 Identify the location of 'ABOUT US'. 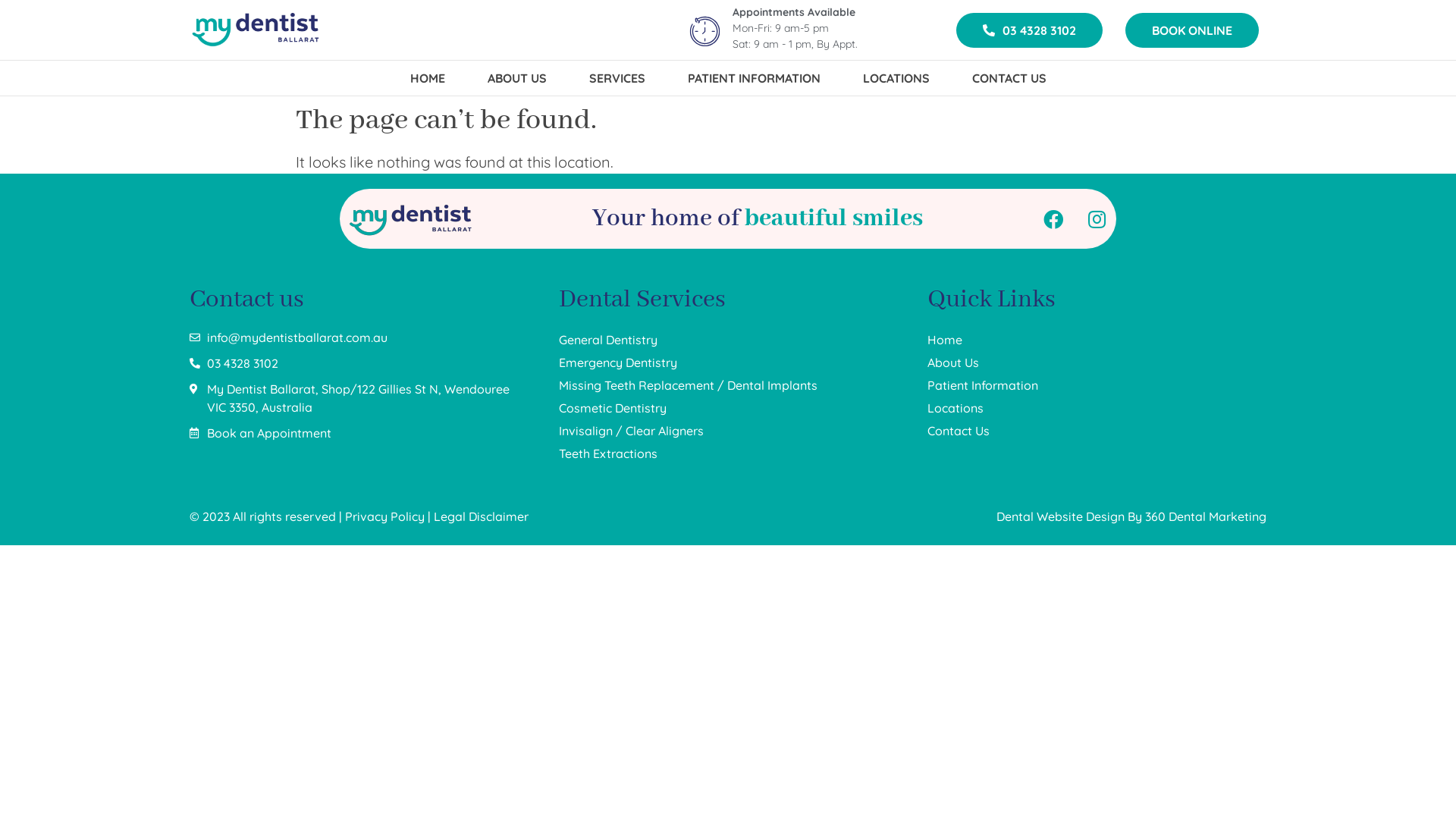
(516, 78).